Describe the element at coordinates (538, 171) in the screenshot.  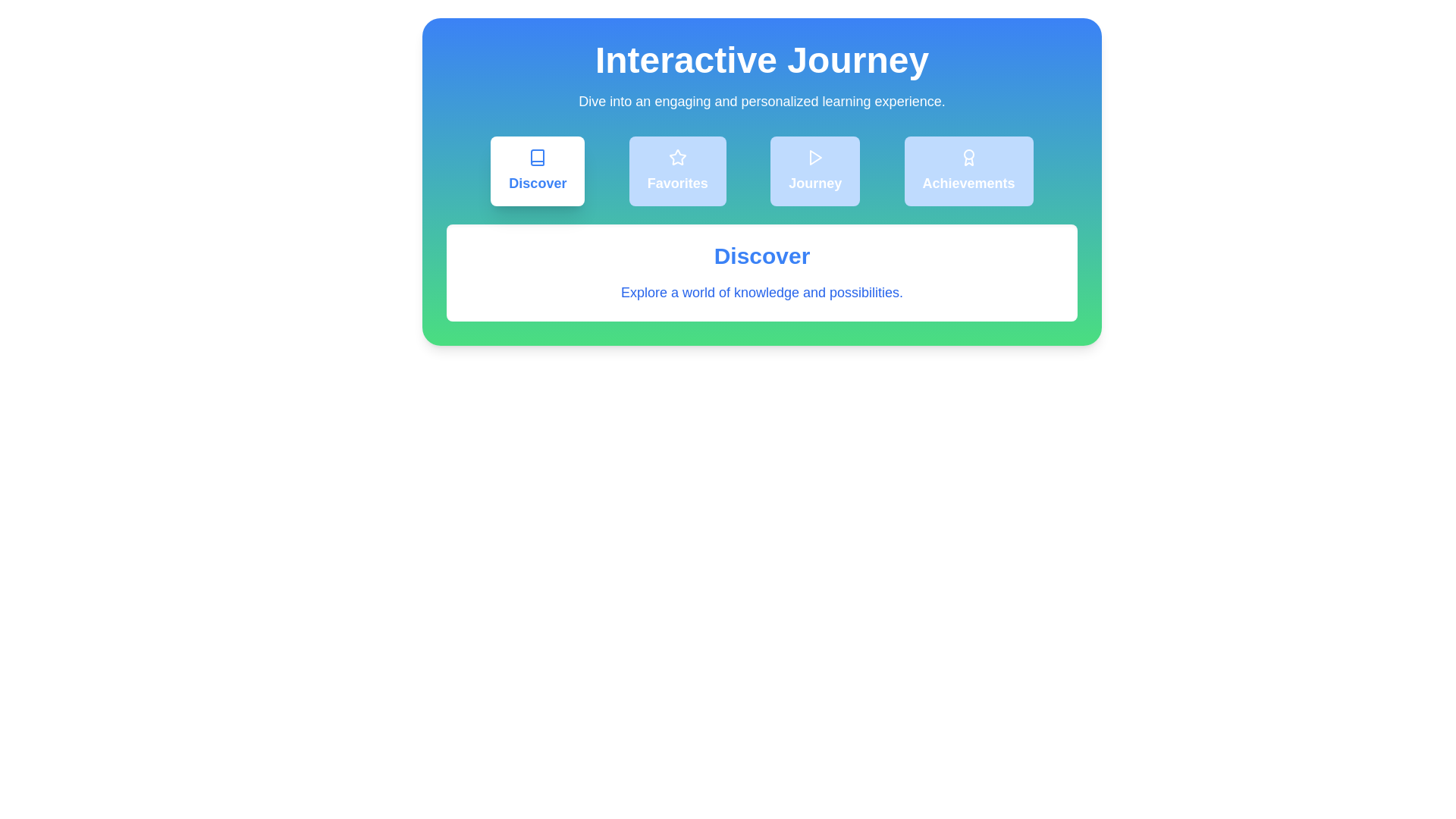
I see `the Discover tab to view its content` at that location.